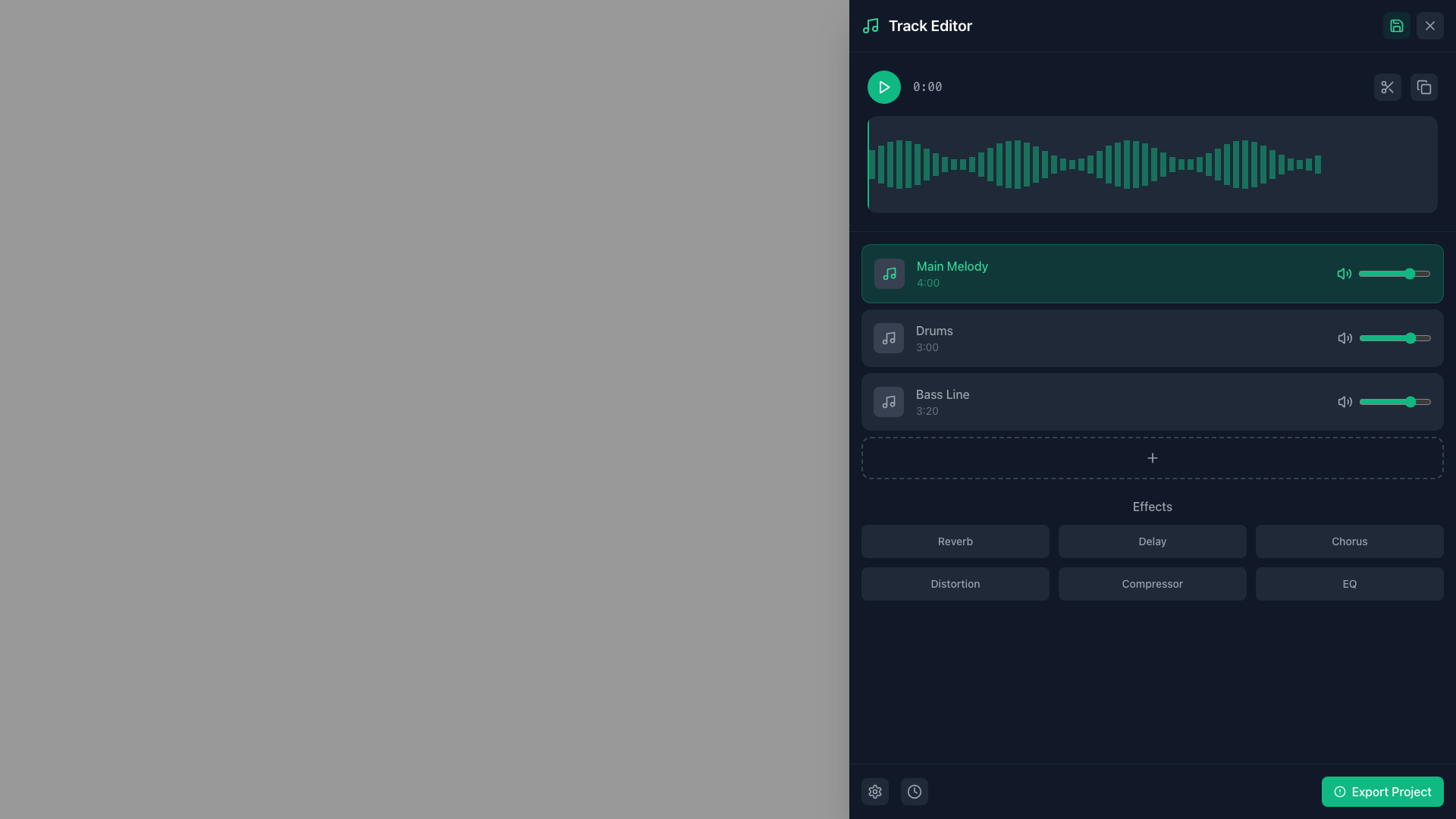  Describe the element at coordinates (1153, 457) in the screenshot. I see `the '+' icon button located centrally in the rectangular panel with dashed borders` at that location.